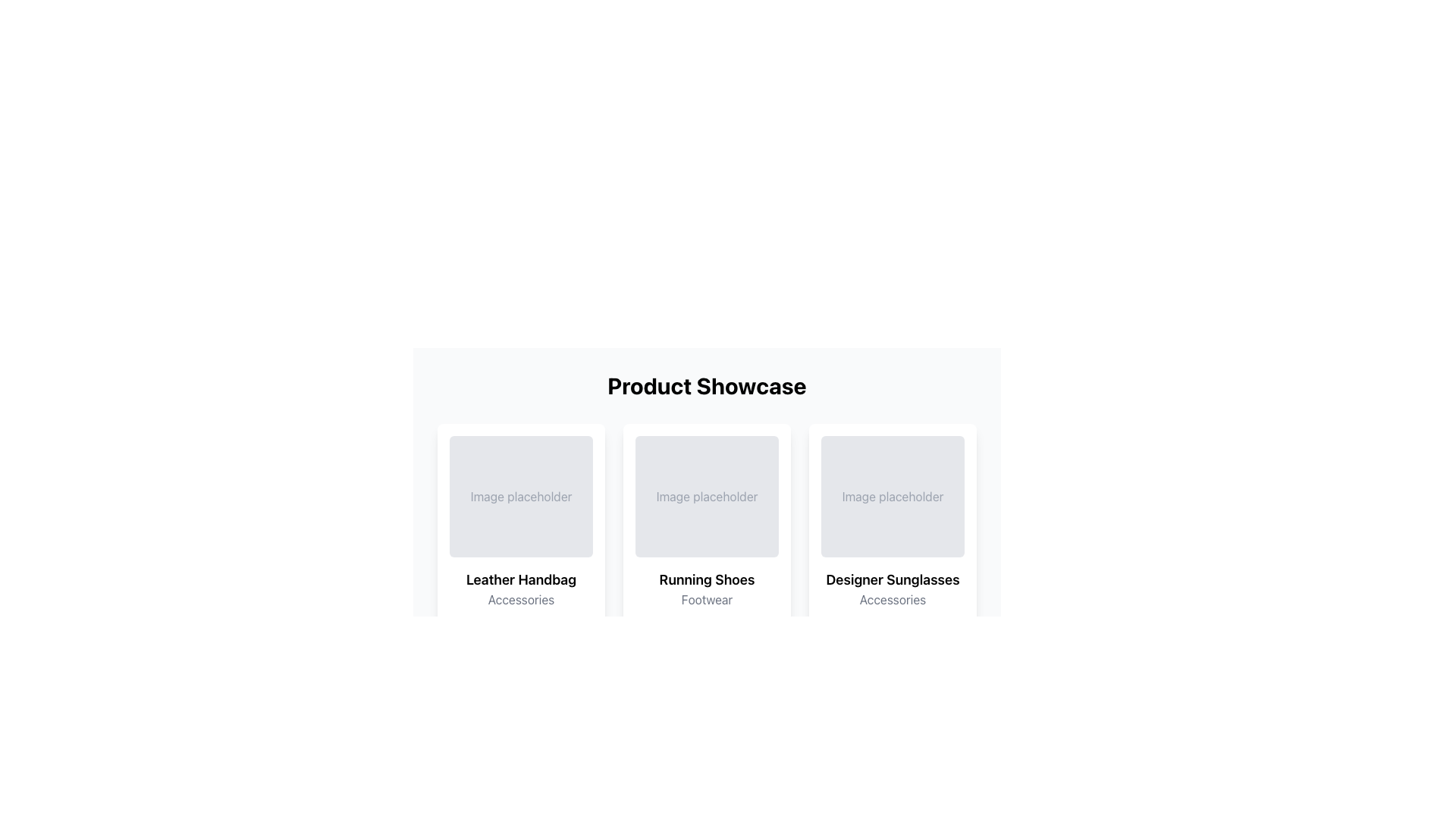 The width and height of the screenshot is (1456, 819). Describe the element at coordinates (521, 497) in the screenshot. I see `text of the placeholder label indicating where an image will be displayed in the leftmost card below 'Product Showcase' and above 'Leather Handbag'` at that location.